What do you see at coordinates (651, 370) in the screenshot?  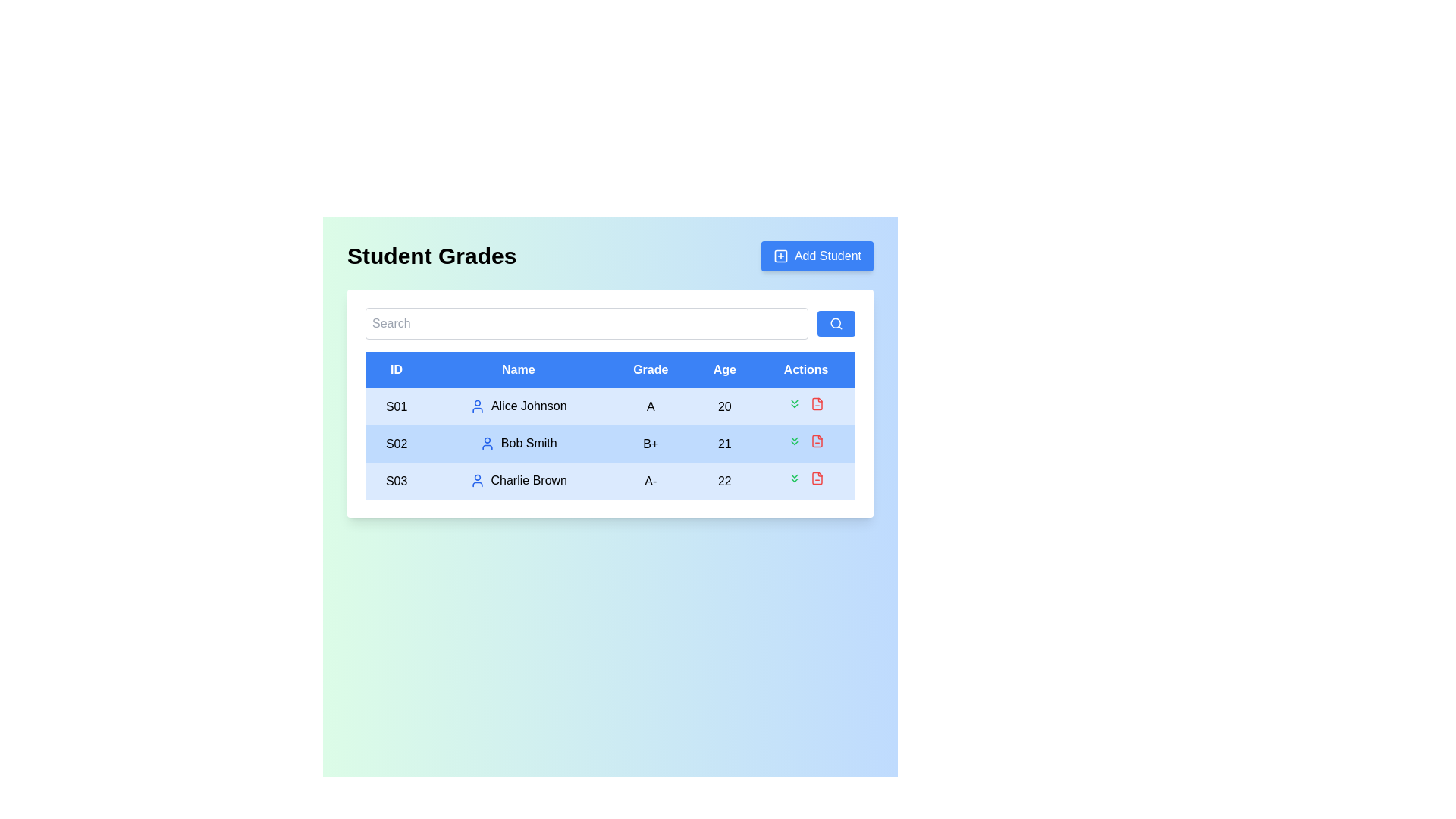 I see `the third column header in the table that indicates grades, located between the 'Name' and 'Age' headers` at bounding box center [651, 370].